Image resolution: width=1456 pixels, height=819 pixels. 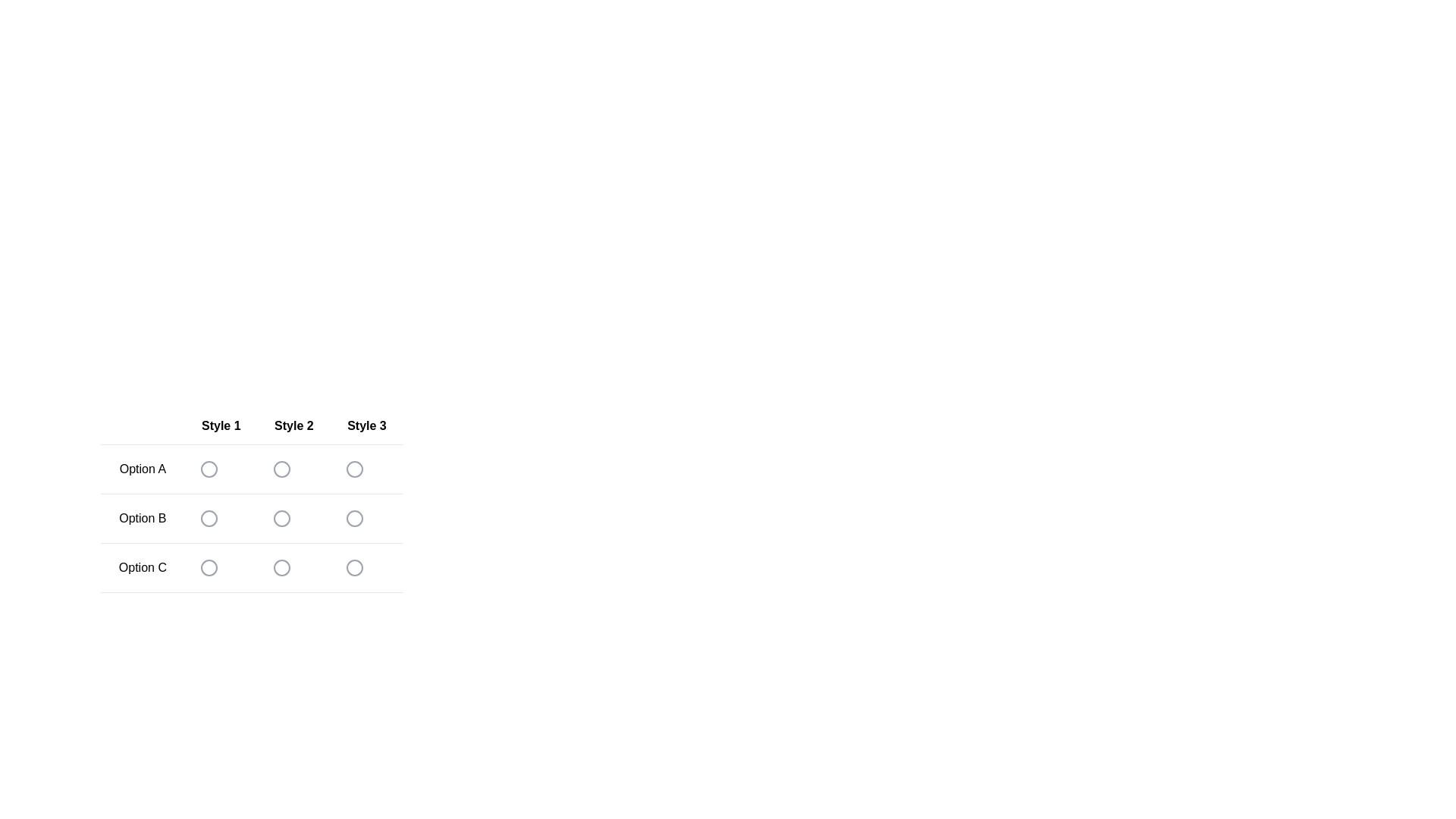 I want to click on the radio button labeled 'Style 1' under 'Option C', so click(x=220, y=567).